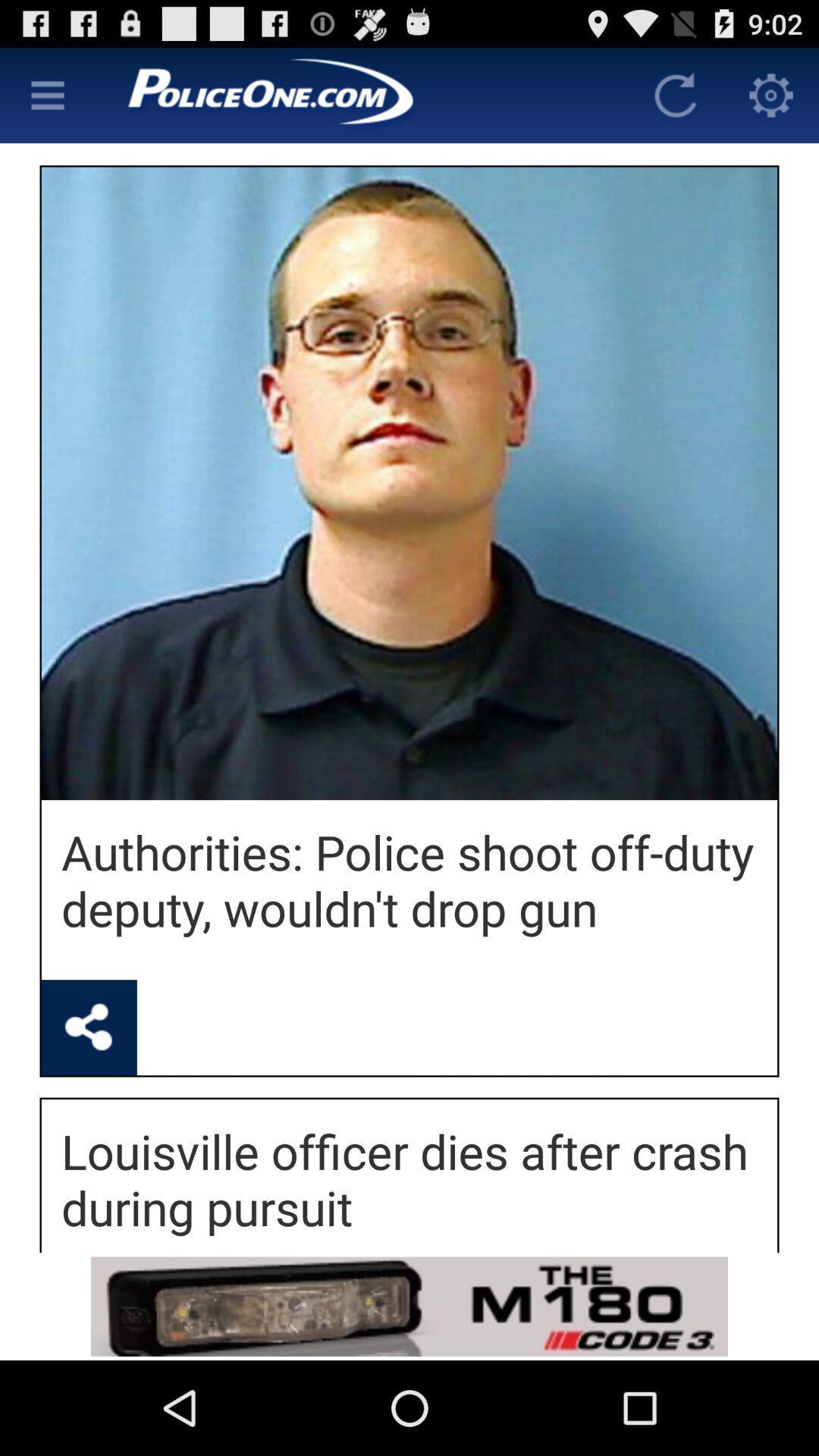 The width and height of the screenshot is (819, 1456). I want to click on visibility is better quality, so click(46, 94).